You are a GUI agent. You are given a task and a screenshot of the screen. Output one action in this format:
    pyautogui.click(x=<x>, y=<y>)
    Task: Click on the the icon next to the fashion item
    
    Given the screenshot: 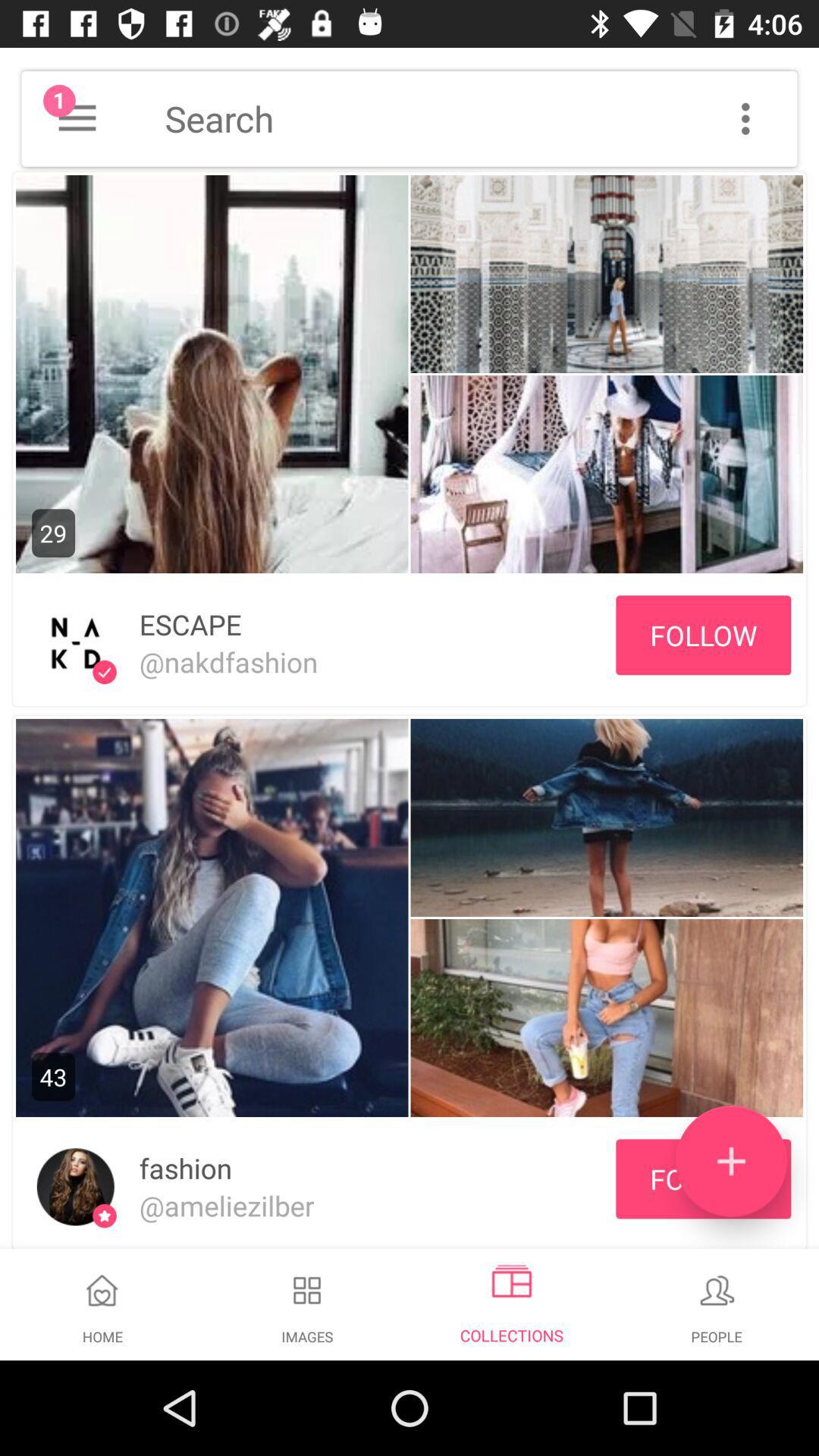 What is the action you would take?
    pyautogui.click(x=730, y=1160)
    